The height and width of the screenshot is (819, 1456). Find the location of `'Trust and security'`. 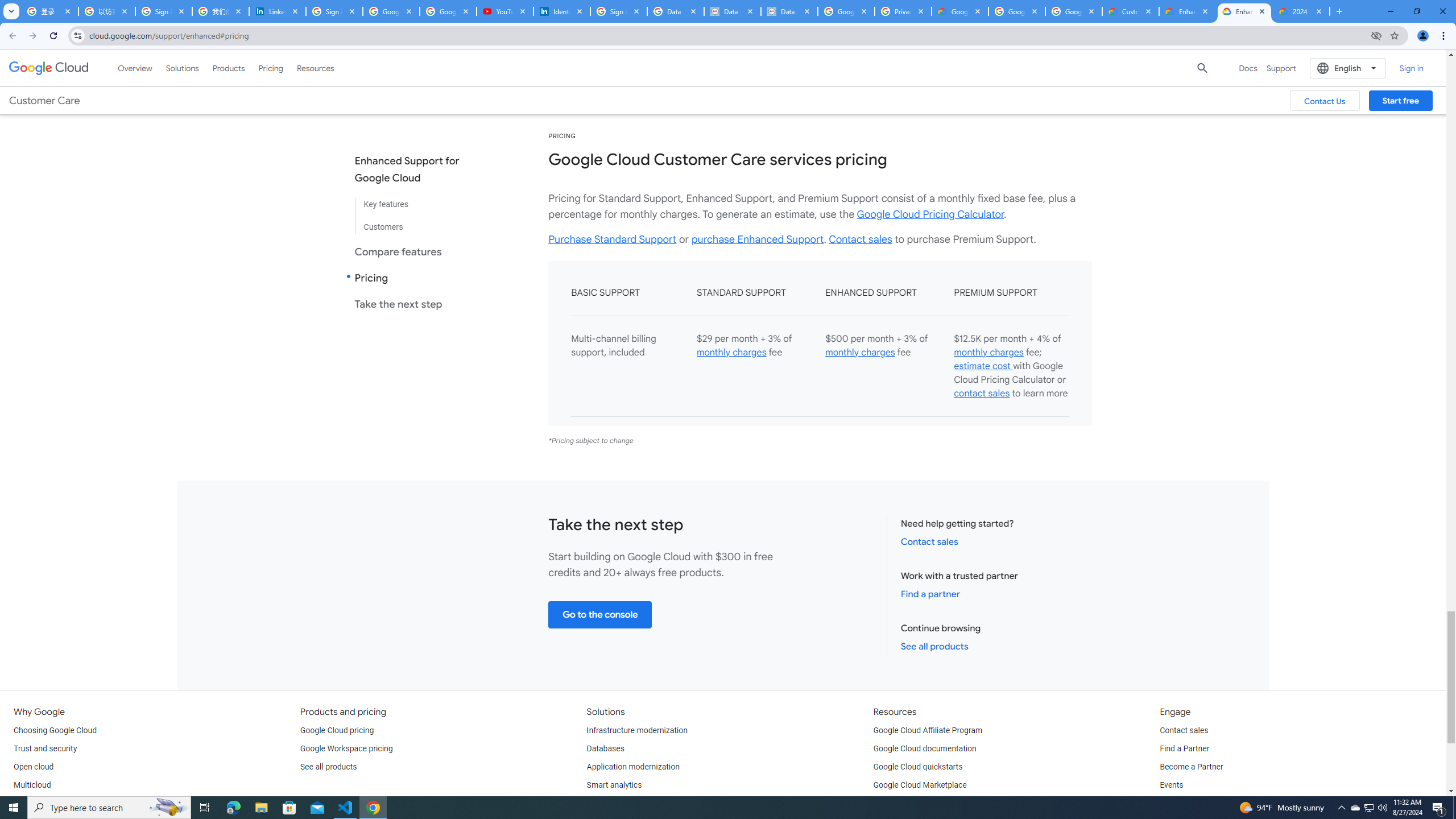

'Trust and security' is located at coordinates (44, 748).